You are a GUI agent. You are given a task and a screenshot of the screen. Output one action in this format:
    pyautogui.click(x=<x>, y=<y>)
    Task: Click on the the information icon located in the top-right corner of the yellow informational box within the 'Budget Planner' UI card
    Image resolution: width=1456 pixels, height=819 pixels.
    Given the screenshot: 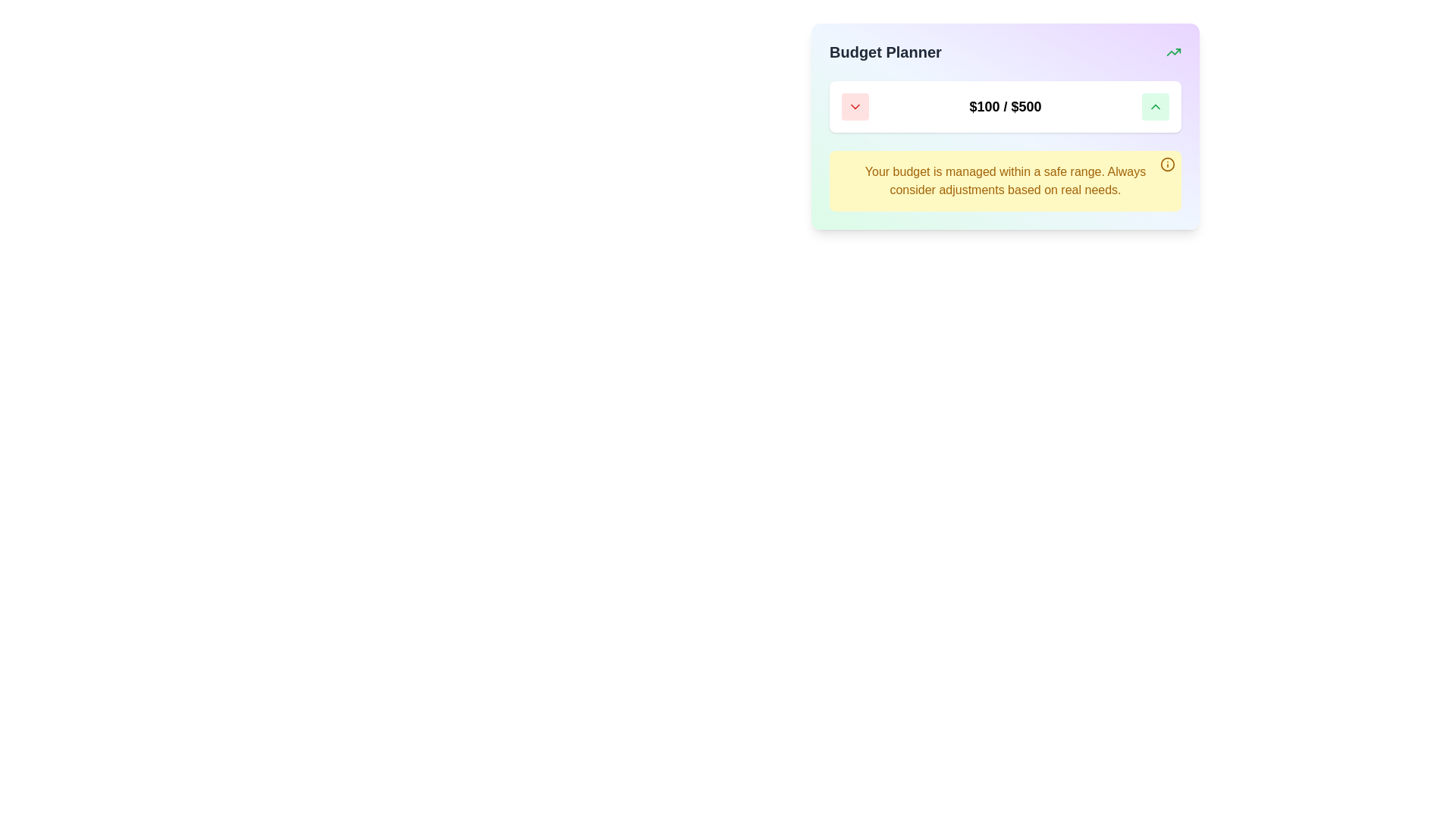 What is the action you would take?
    pyautogui.click(x=1167, y=164)
    